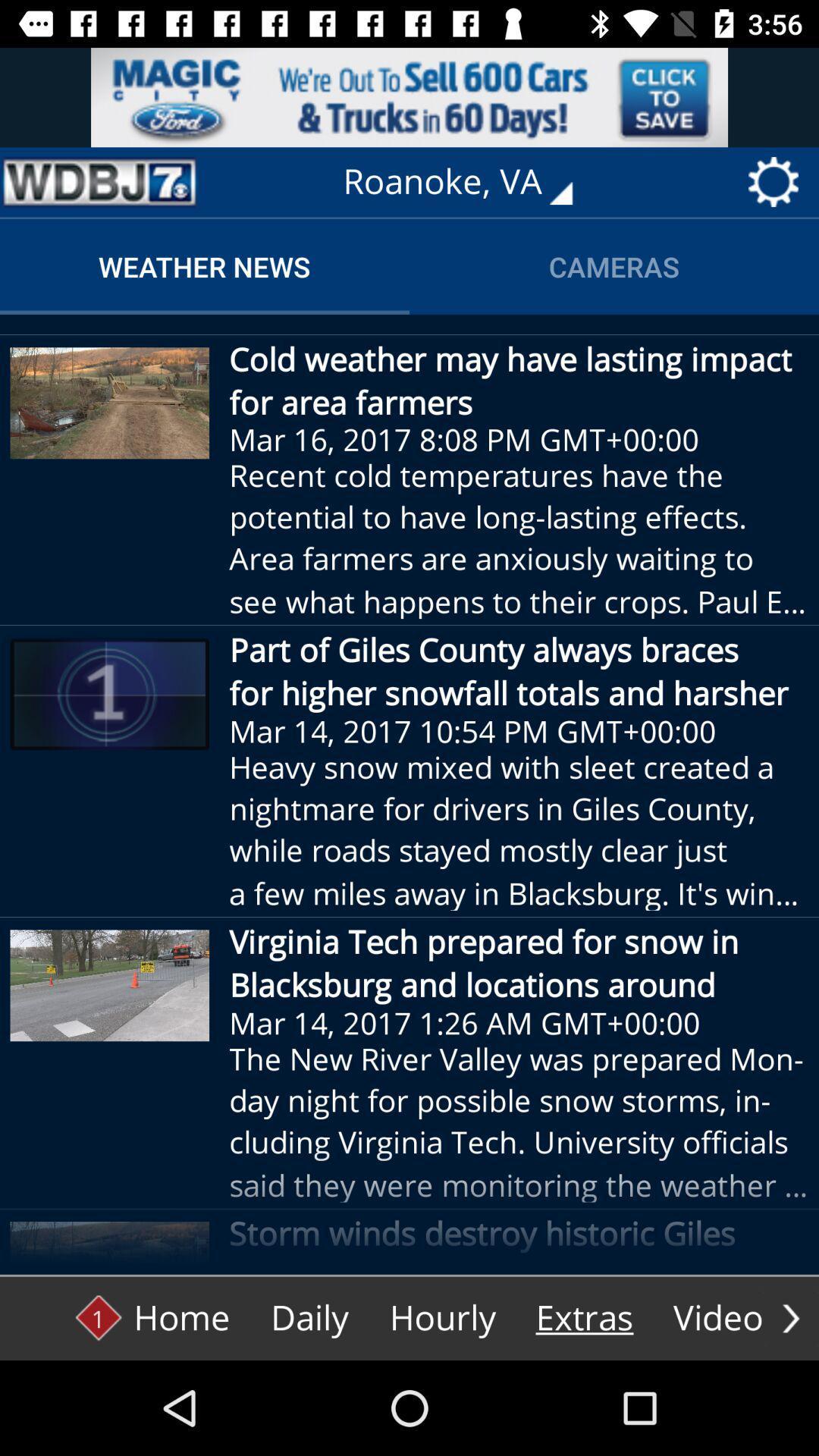 The width and height of the screenshot is (819, 1456). Describe the element at coordinates (409, 96) in the screenshot. I see `advertisement page` at that location.